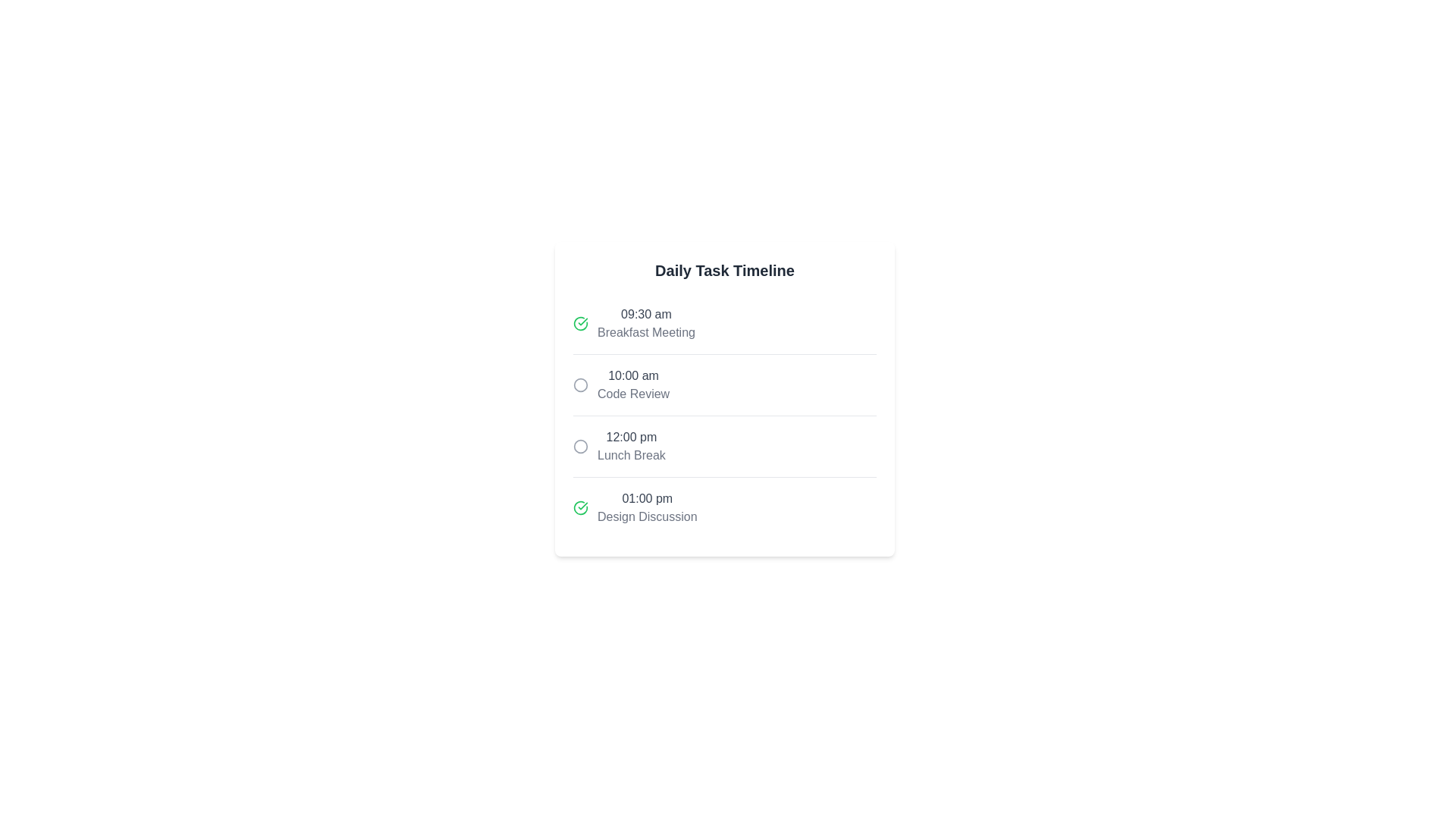  What do you see at coordinates (723, 507) in the screenshot?
I see `the fourth scheduled task or event` at bounding box center [723, 507].